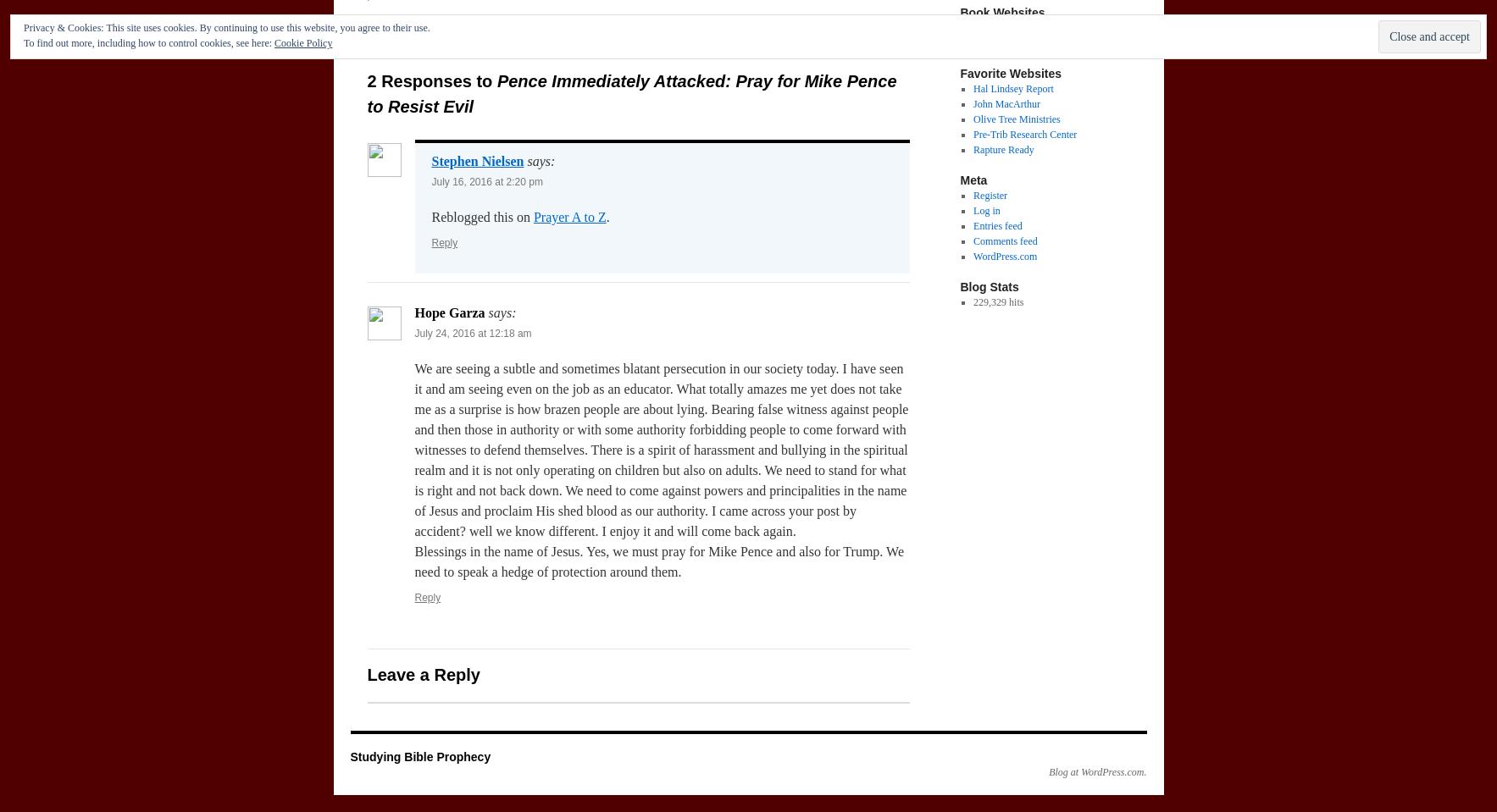  What do you see at coordinates (302, 42) in the screenshot?
I see `'Cookie Policy'` at bounding box center [302, 42].